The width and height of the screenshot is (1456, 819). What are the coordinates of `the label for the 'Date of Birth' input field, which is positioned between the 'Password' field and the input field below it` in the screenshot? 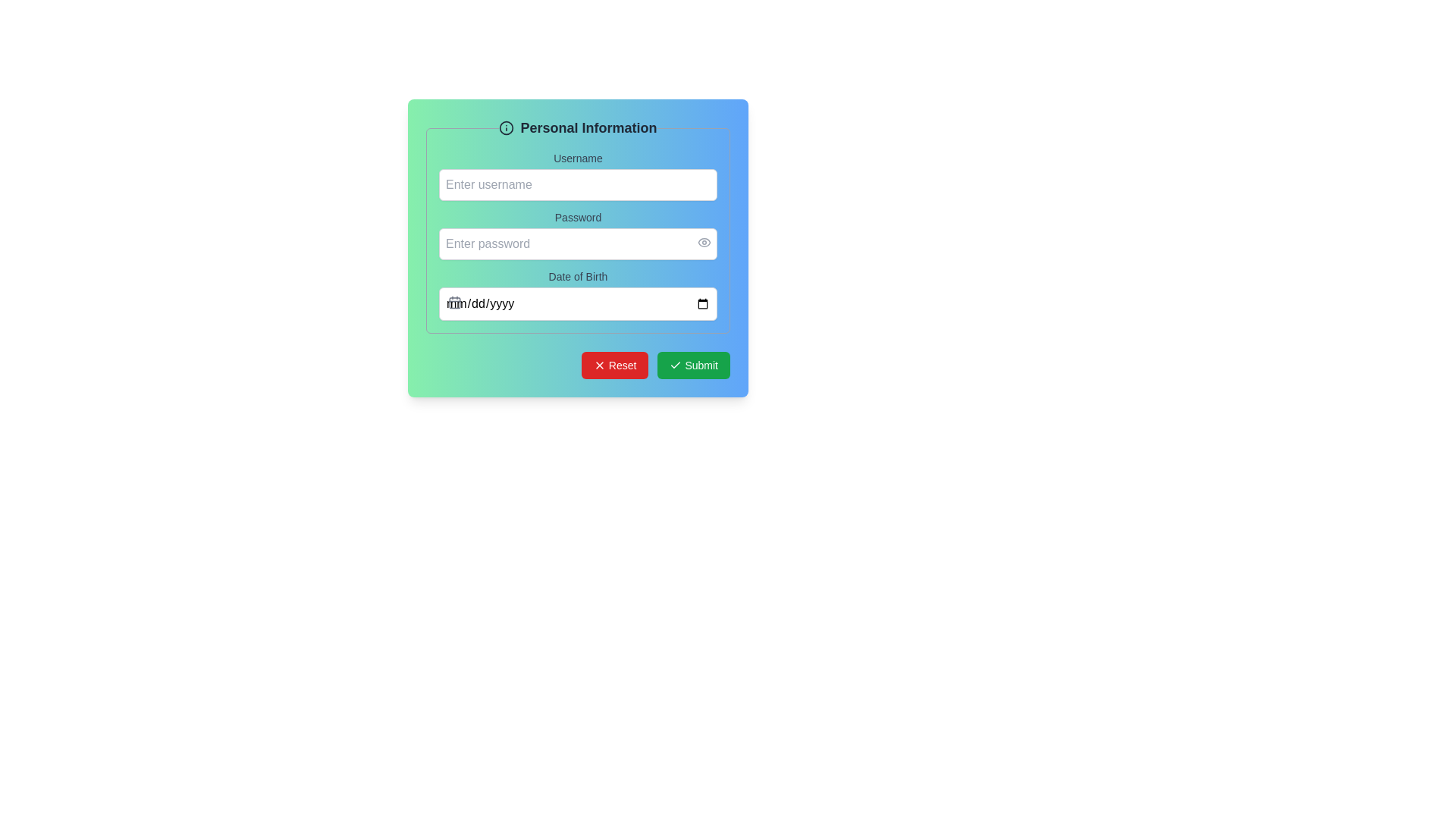 It's located at (577, 277).